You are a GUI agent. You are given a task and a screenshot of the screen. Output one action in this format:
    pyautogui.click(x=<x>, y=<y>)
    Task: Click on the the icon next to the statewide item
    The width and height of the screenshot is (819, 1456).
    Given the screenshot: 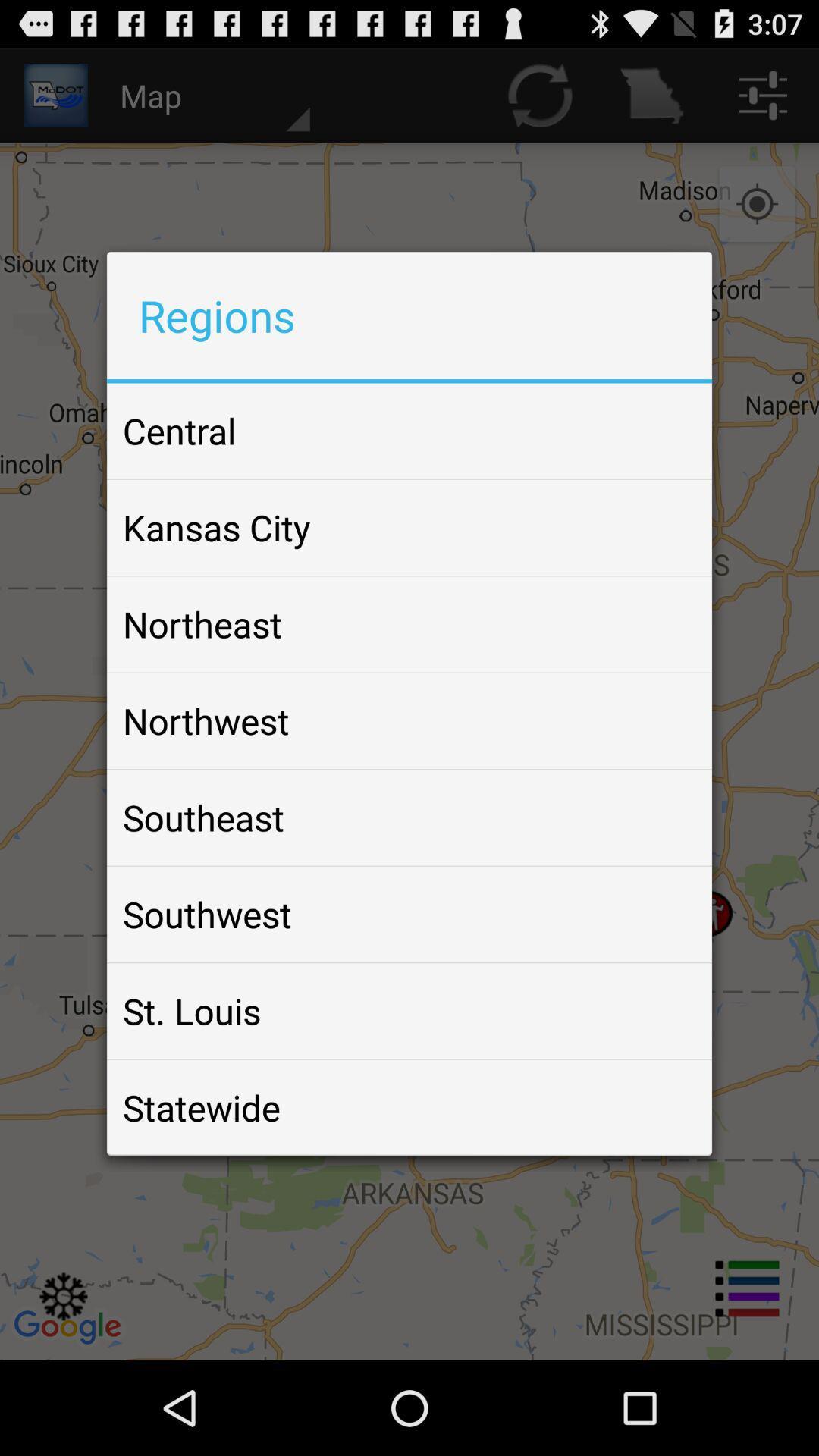 What is the action you would take?
    pyautogui.click(x=663, y=1107)
    